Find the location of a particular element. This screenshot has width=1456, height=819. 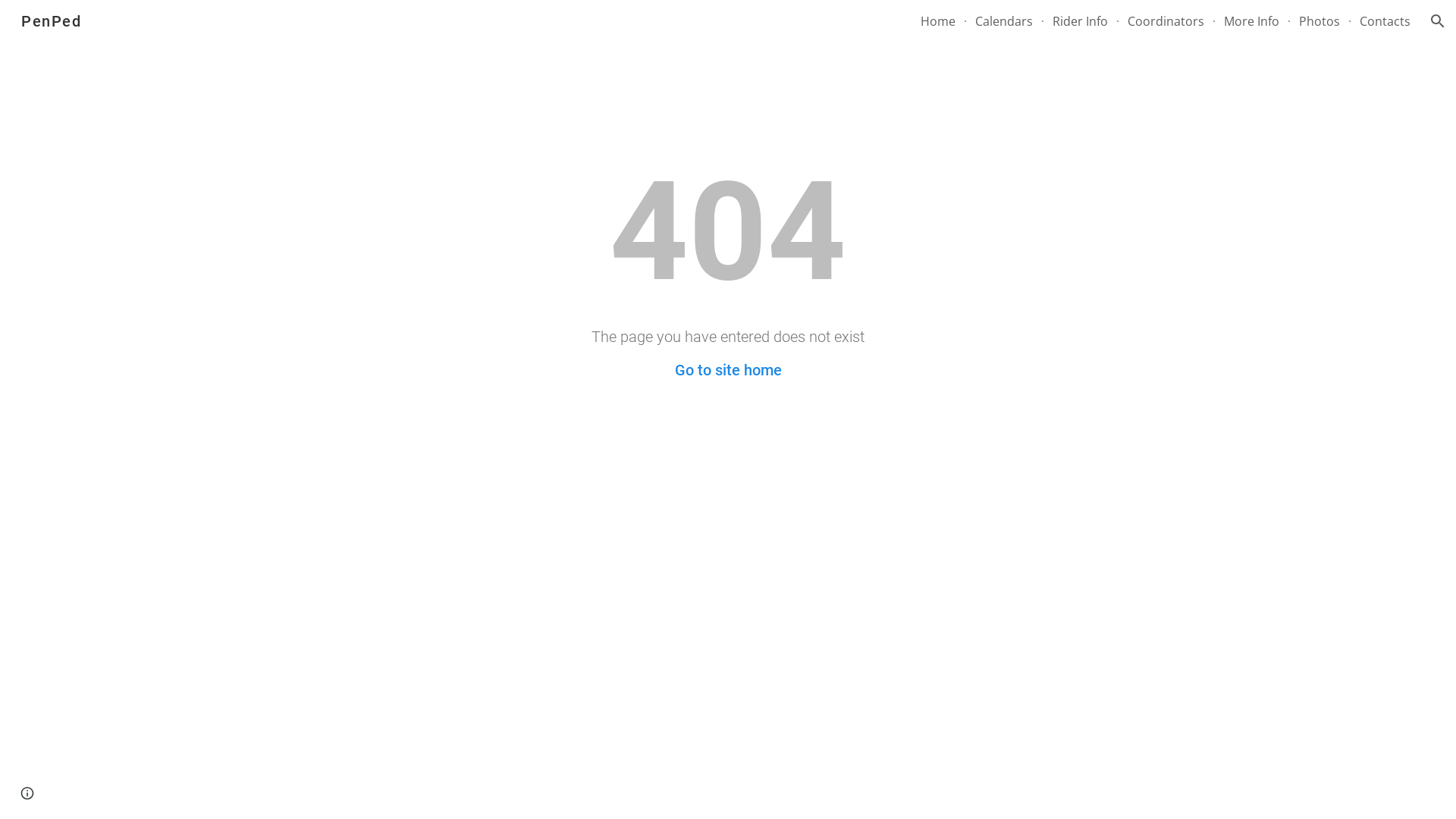

'Photos' is located at coordinates (1318, 20).